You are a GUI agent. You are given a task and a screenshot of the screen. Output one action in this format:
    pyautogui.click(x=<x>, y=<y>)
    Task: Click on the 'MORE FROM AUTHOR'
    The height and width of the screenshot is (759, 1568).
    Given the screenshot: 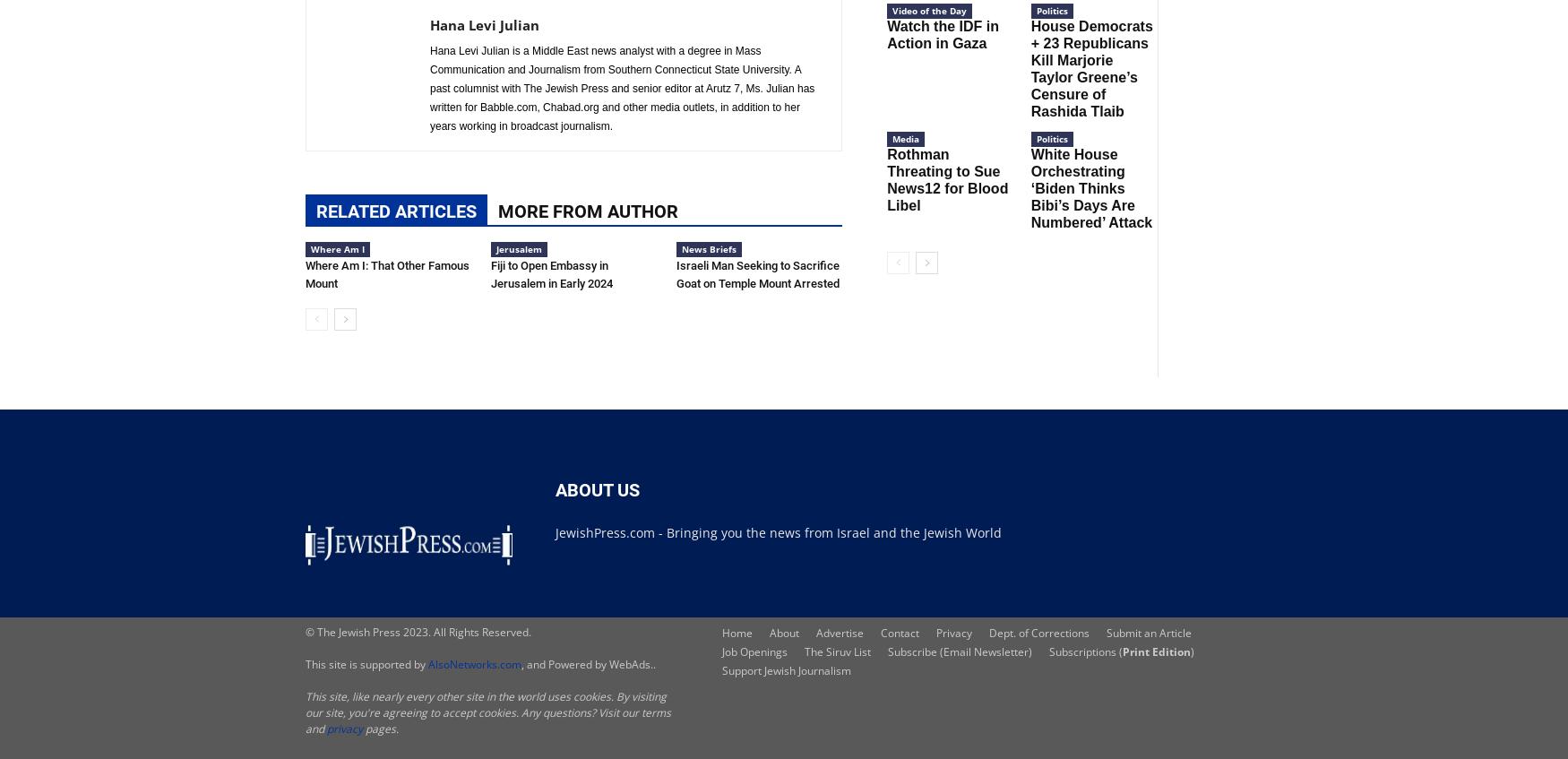 What is the action you would take?
    pyautogui.click(x=496, y=210)
    